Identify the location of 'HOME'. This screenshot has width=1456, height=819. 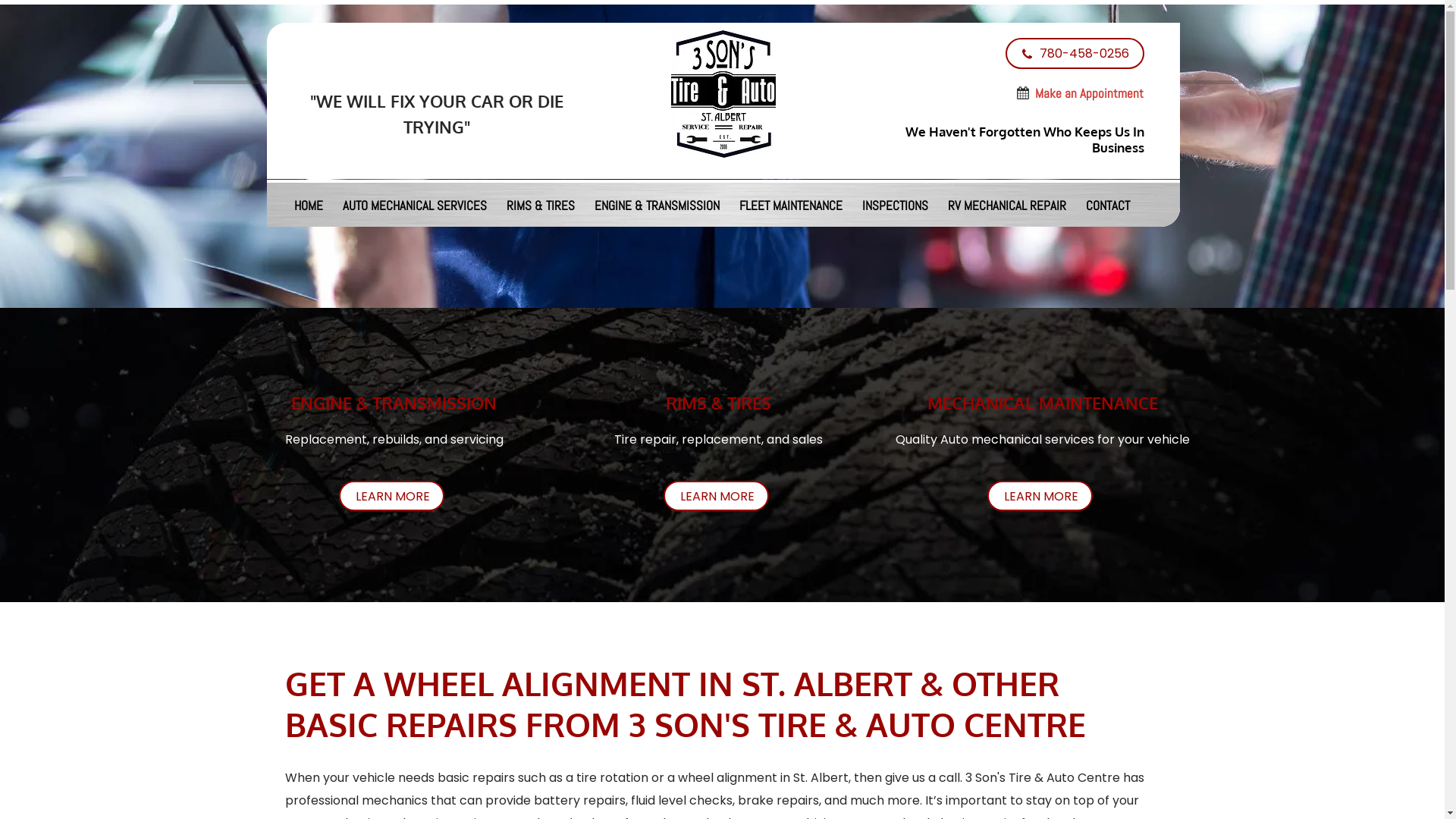
(308, 205).